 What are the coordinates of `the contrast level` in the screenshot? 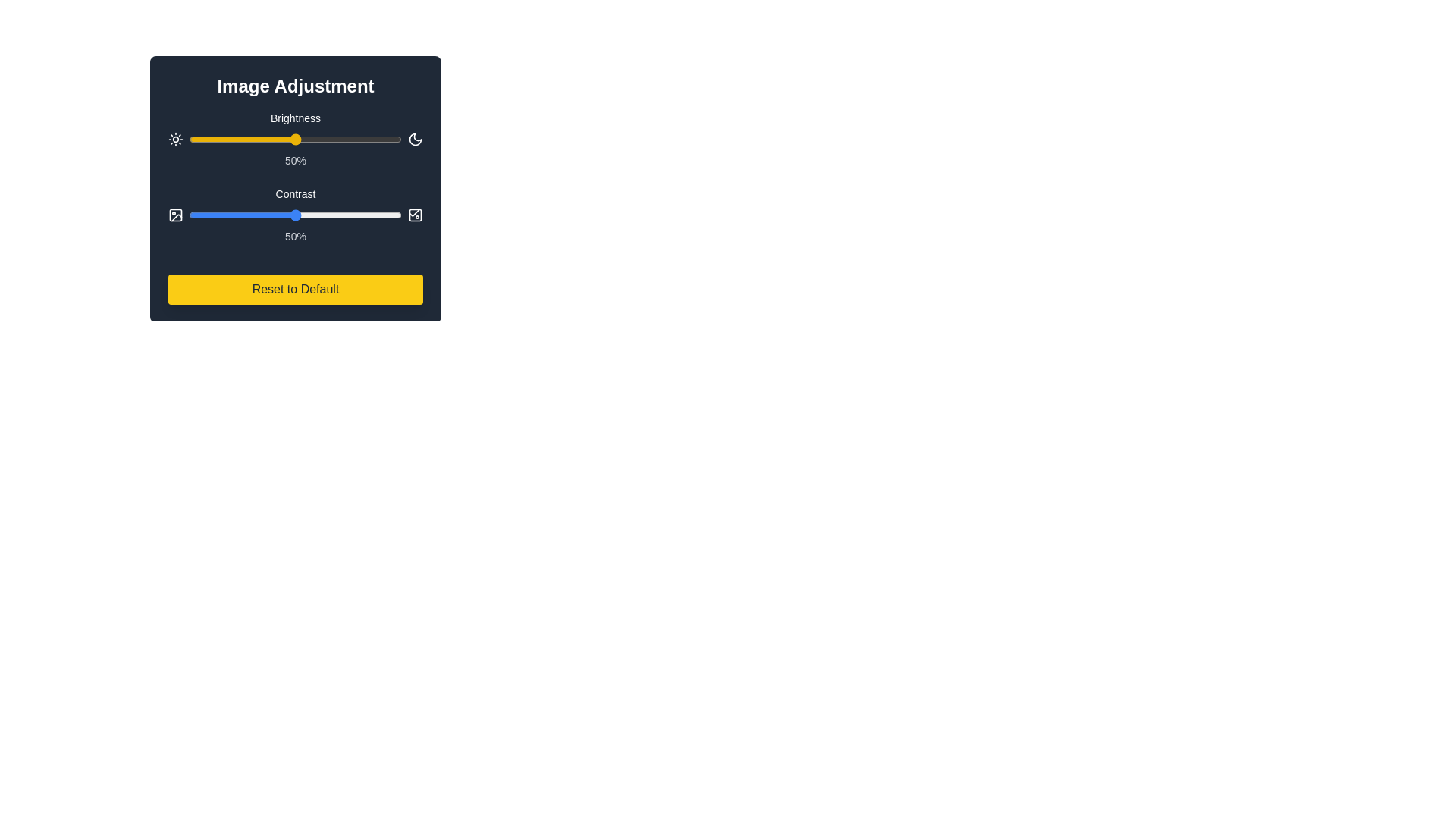 It's located at (283, 215).